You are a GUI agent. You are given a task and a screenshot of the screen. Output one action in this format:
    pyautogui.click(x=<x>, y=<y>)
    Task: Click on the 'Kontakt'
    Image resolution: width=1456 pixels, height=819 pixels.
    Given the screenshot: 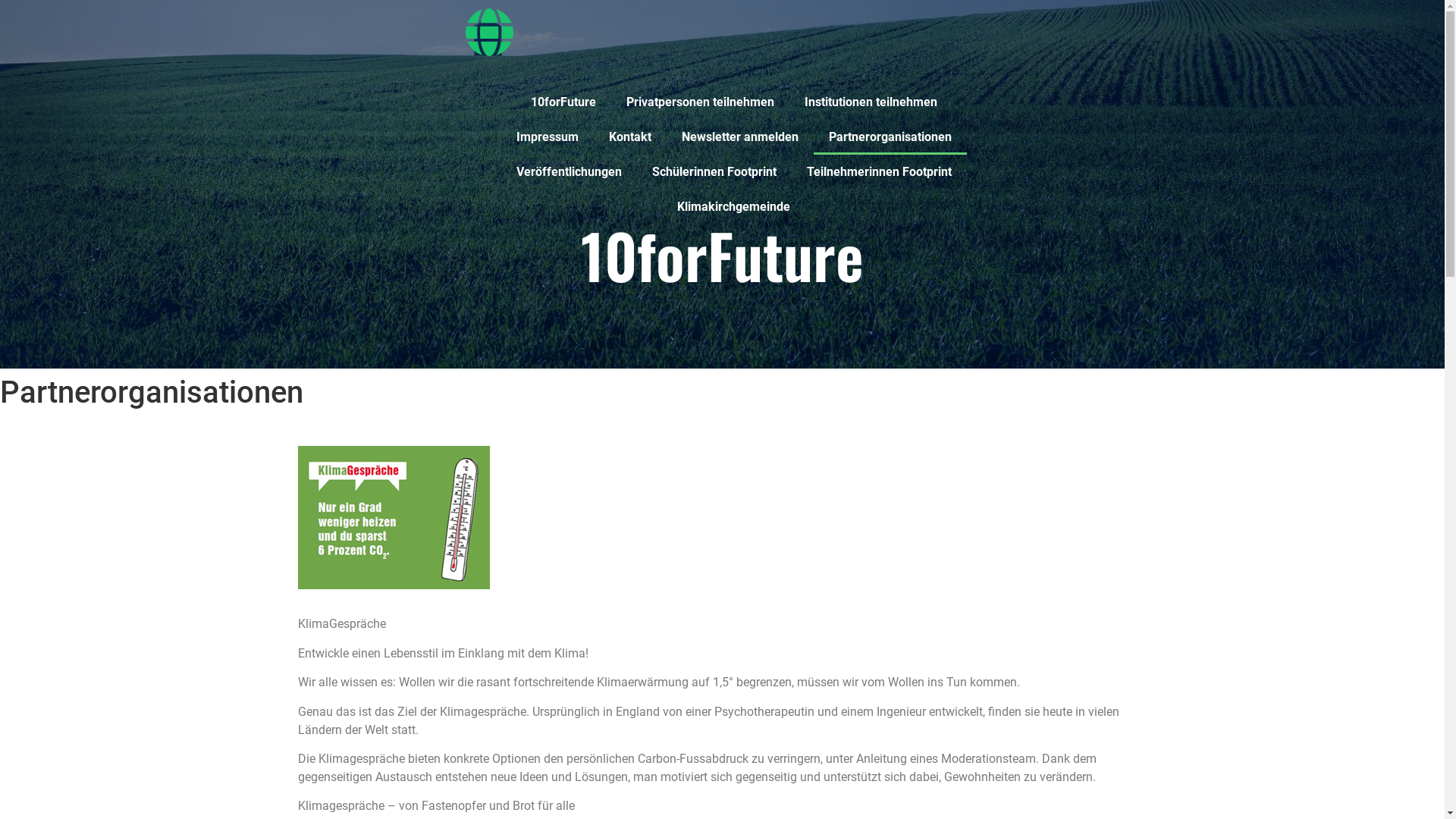 What is the action you would take?
    pyautogui.click(x=629, y=137)
    